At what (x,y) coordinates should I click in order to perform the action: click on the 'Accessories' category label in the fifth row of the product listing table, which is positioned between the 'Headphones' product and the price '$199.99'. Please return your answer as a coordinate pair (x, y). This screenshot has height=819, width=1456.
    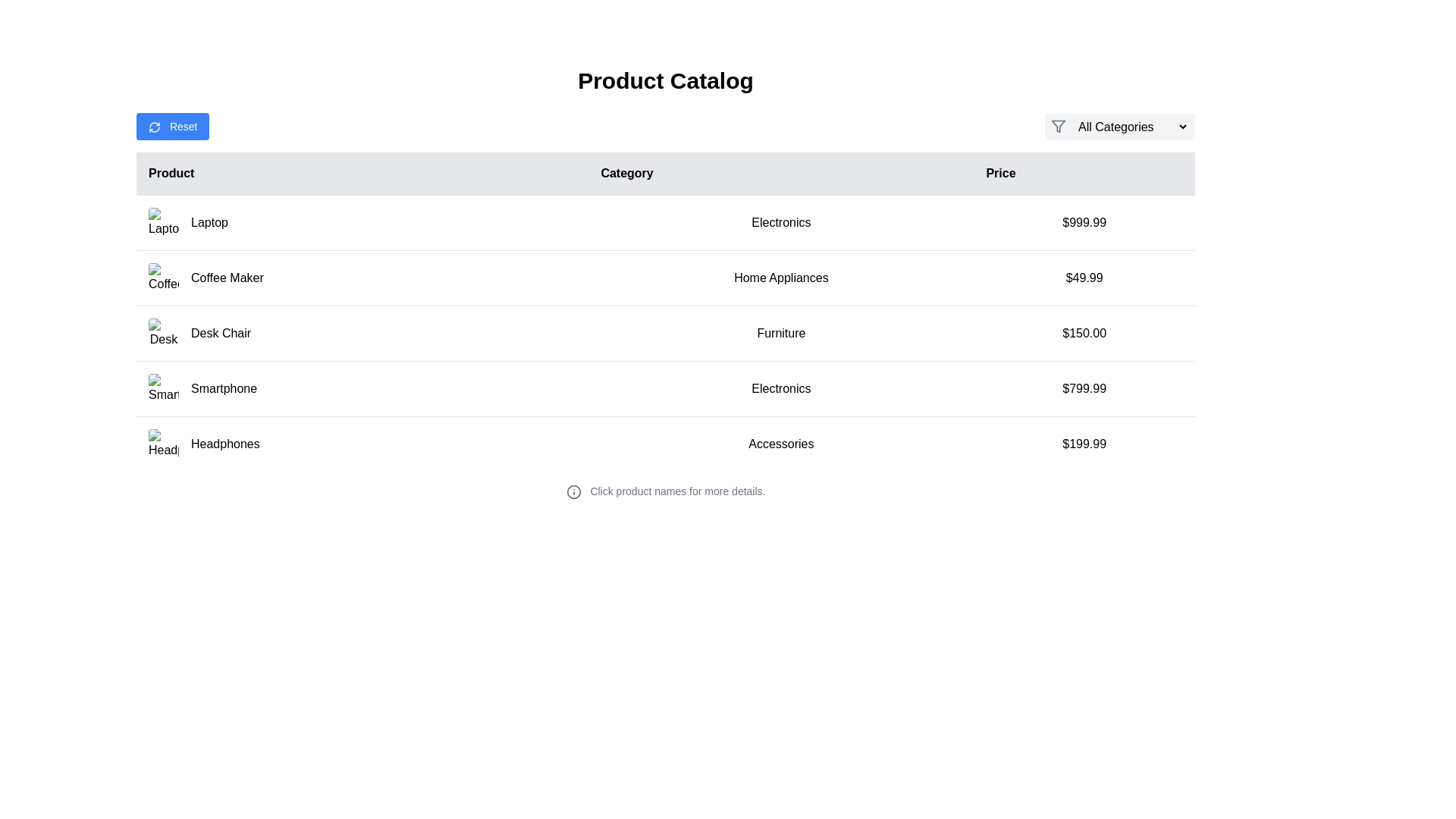
    Looking at the image, I should click on (781, 444).